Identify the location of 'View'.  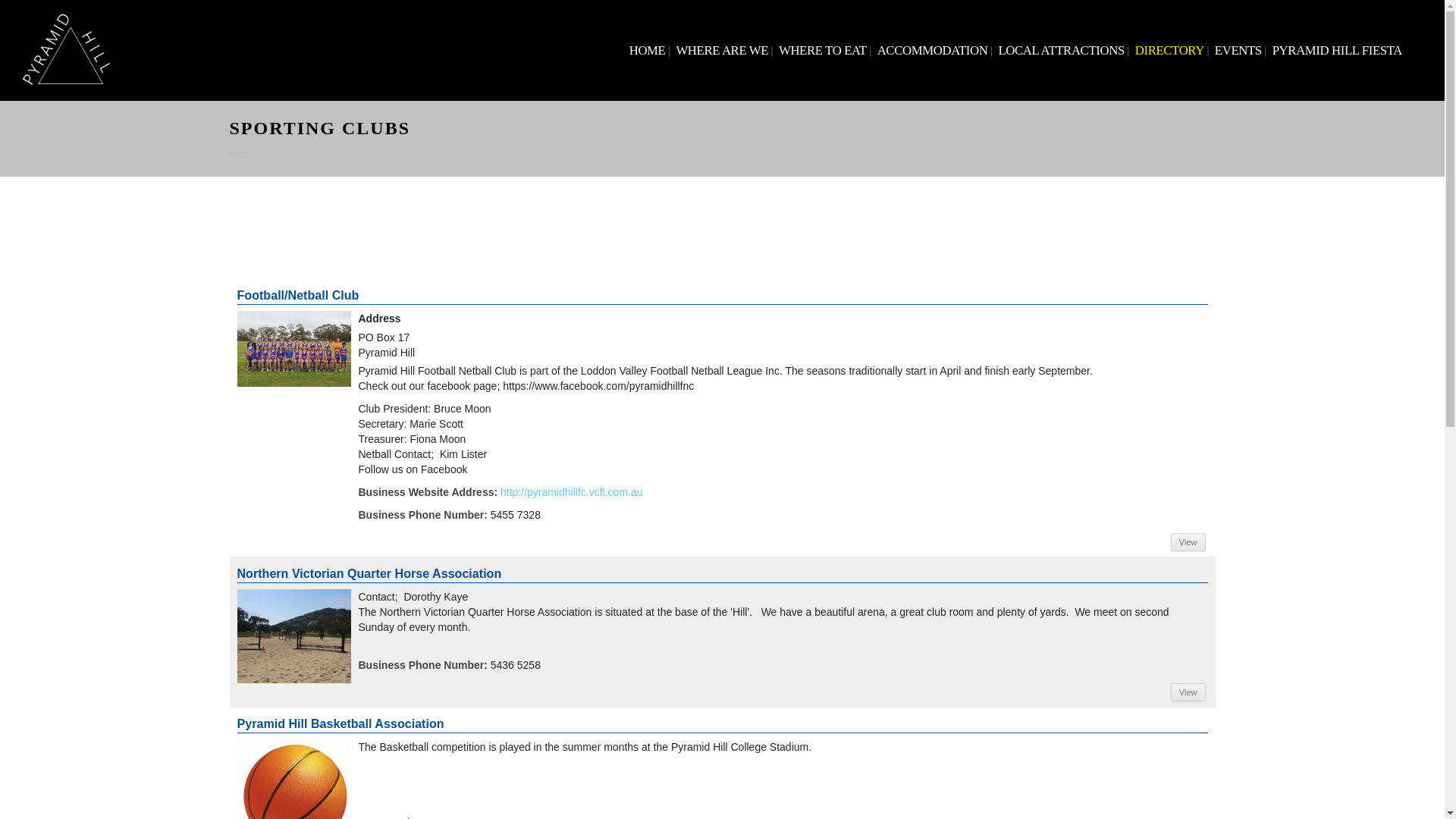
(1187, 541).